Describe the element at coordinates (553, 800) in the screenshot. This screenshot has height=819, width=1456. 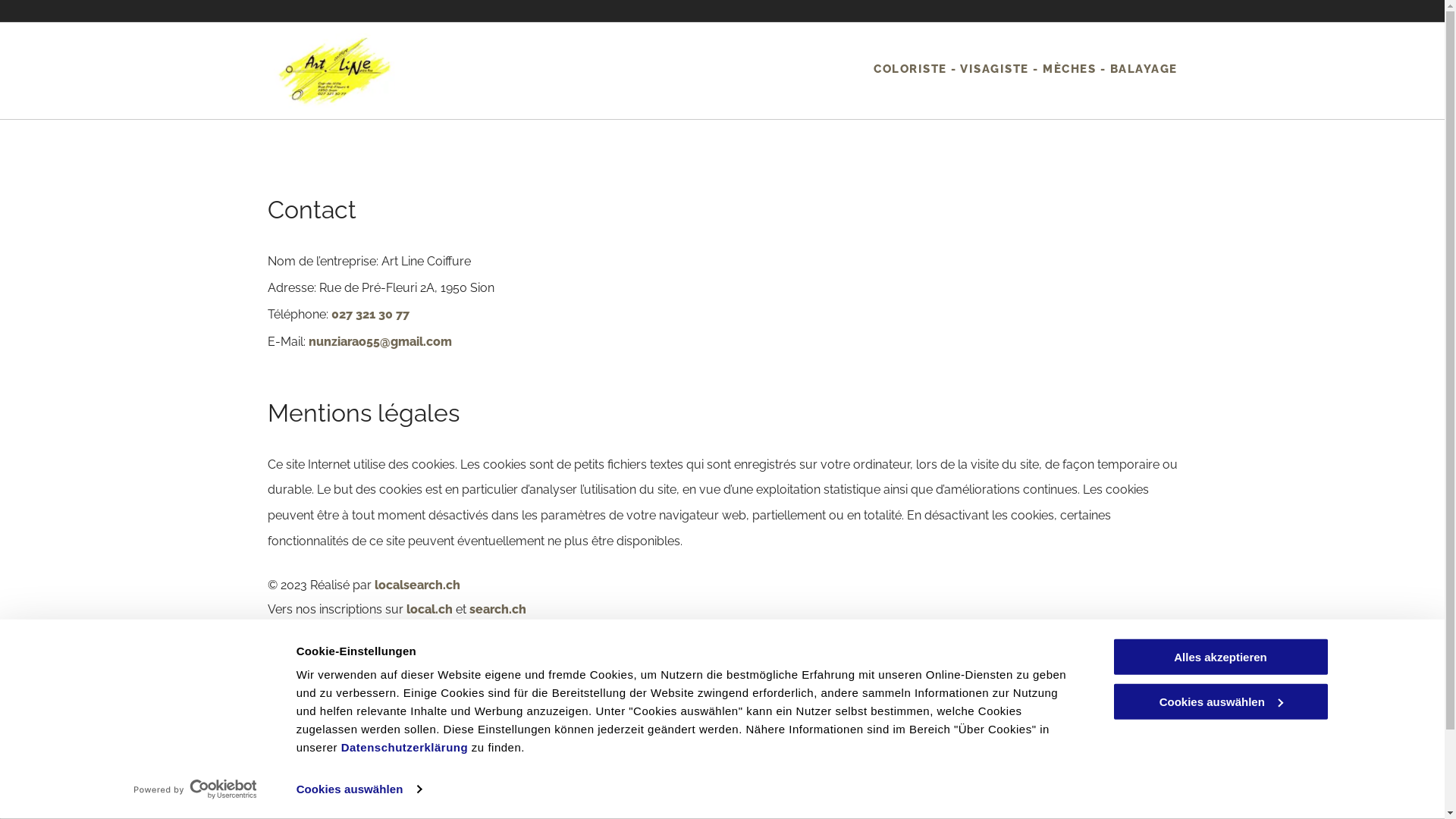
I see `'nunziarao55@gmail.com'` at that location.